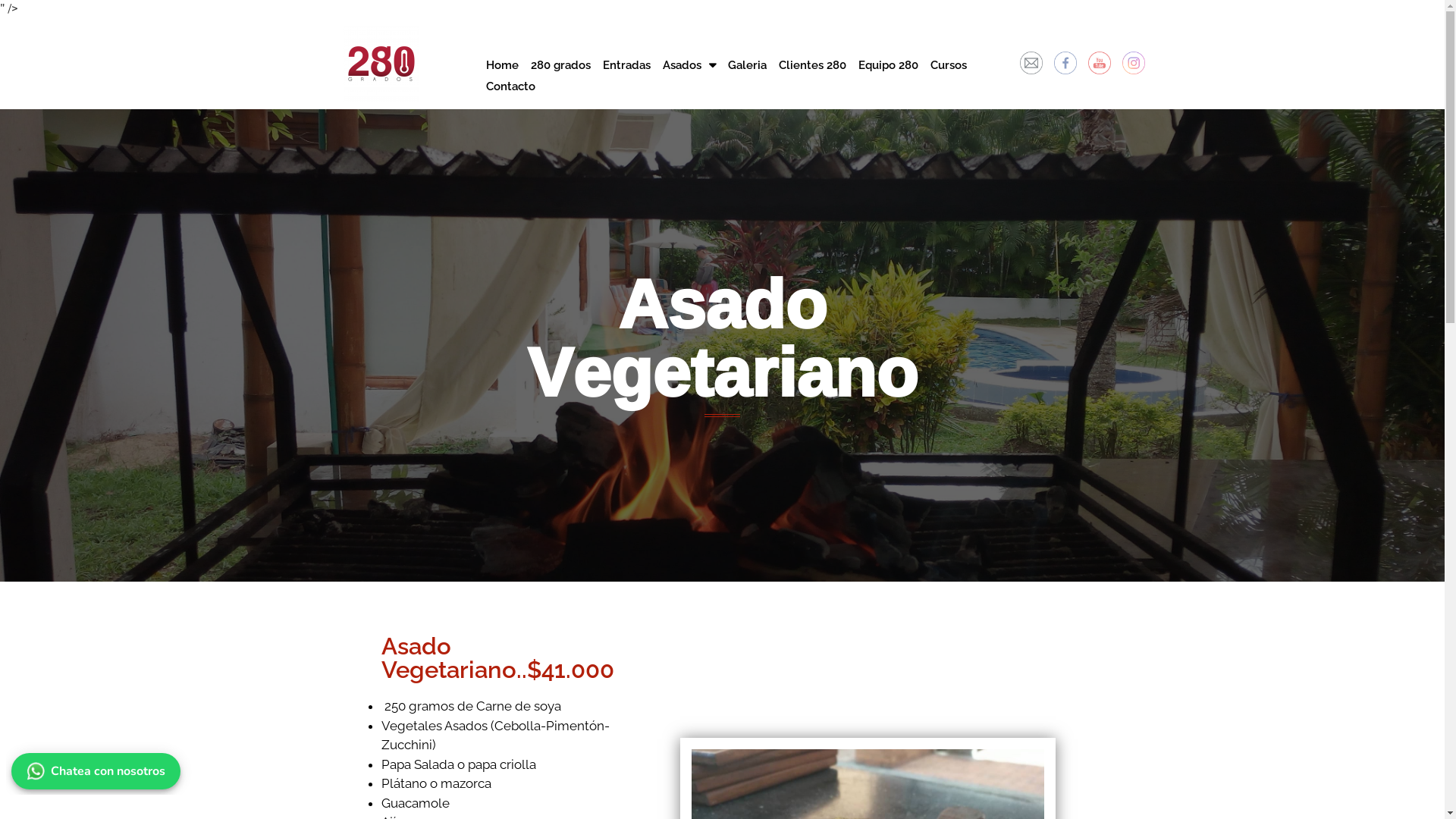 This screenshot has width=1456, height=819. Describe the element at coordinates (626, 64) in the screenshot. I see `'Entradas'` at that location.